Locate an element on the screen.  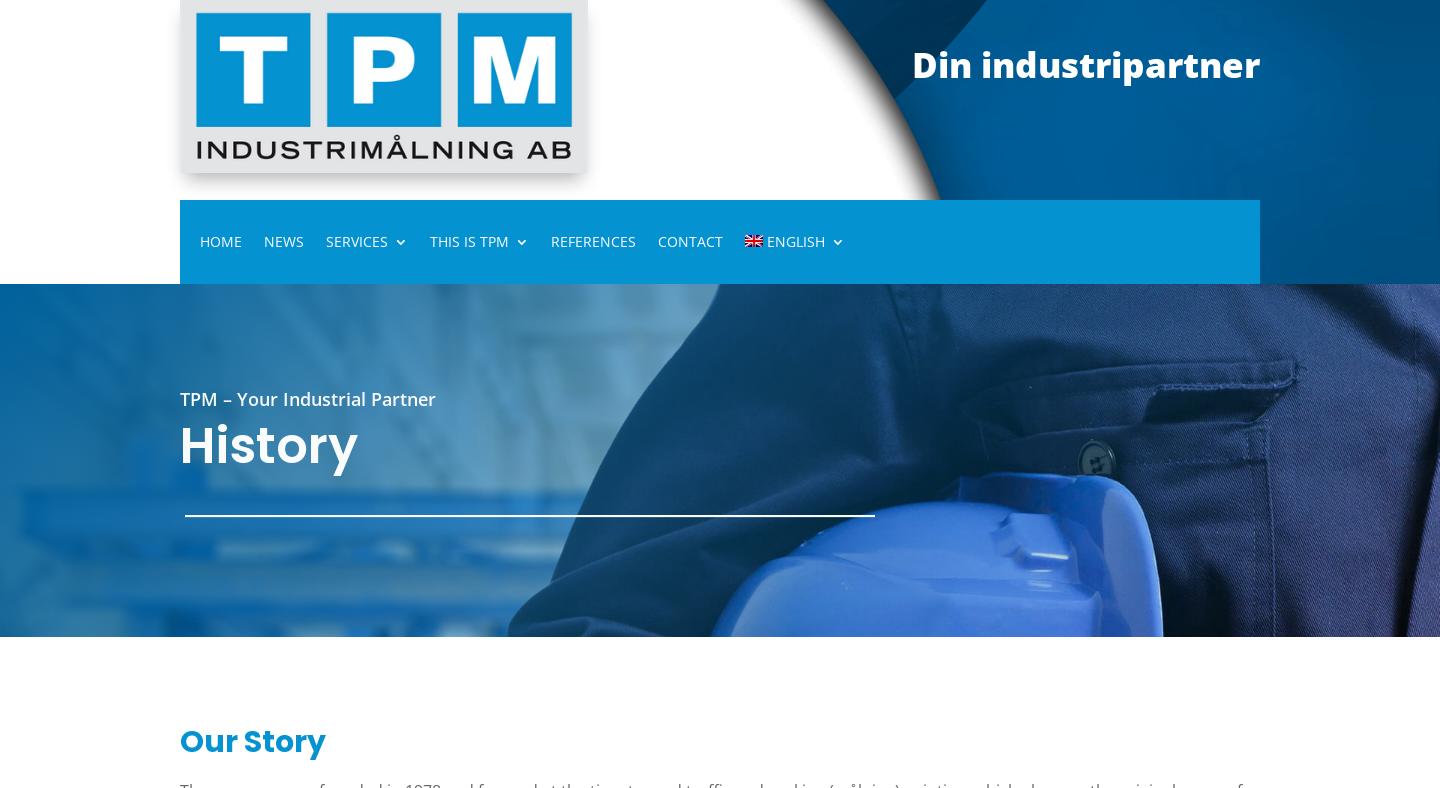
'News' is located at coordinates (282, 240).